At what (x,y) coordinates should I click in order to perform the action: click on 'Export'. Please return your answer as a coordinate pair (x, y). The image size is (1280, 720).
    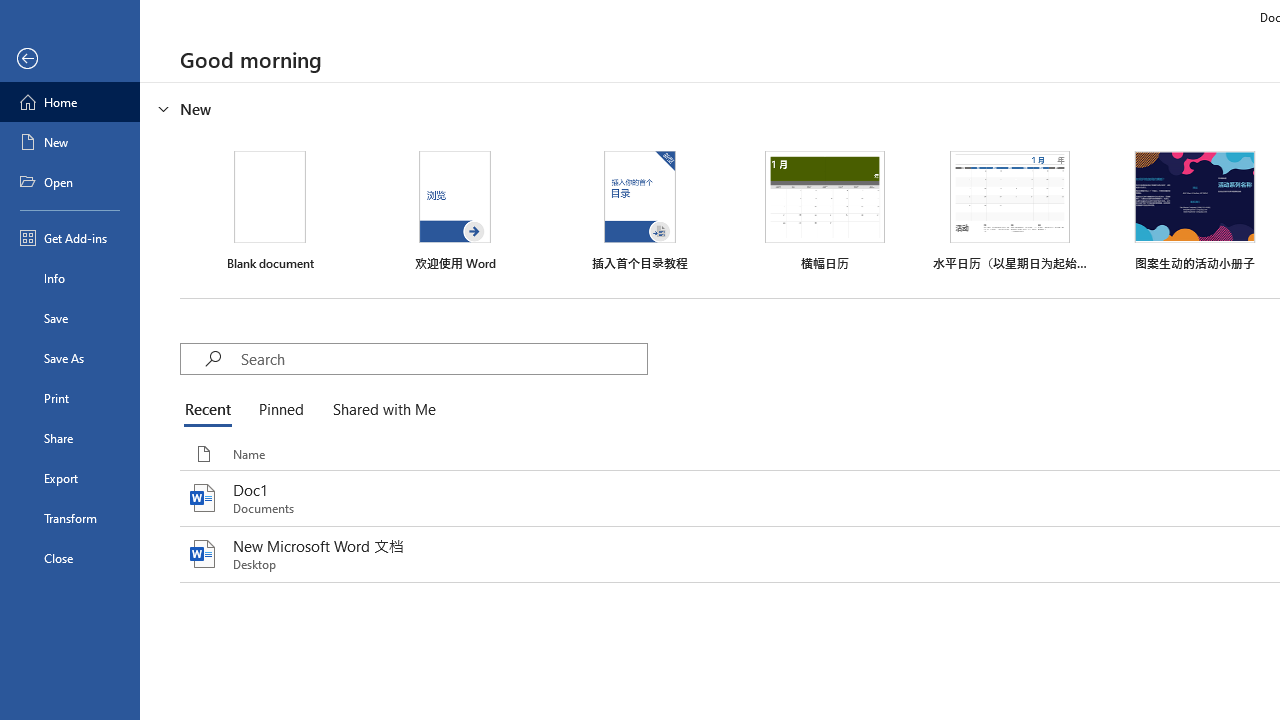
    Looking at the image, I should click on (69, 478).